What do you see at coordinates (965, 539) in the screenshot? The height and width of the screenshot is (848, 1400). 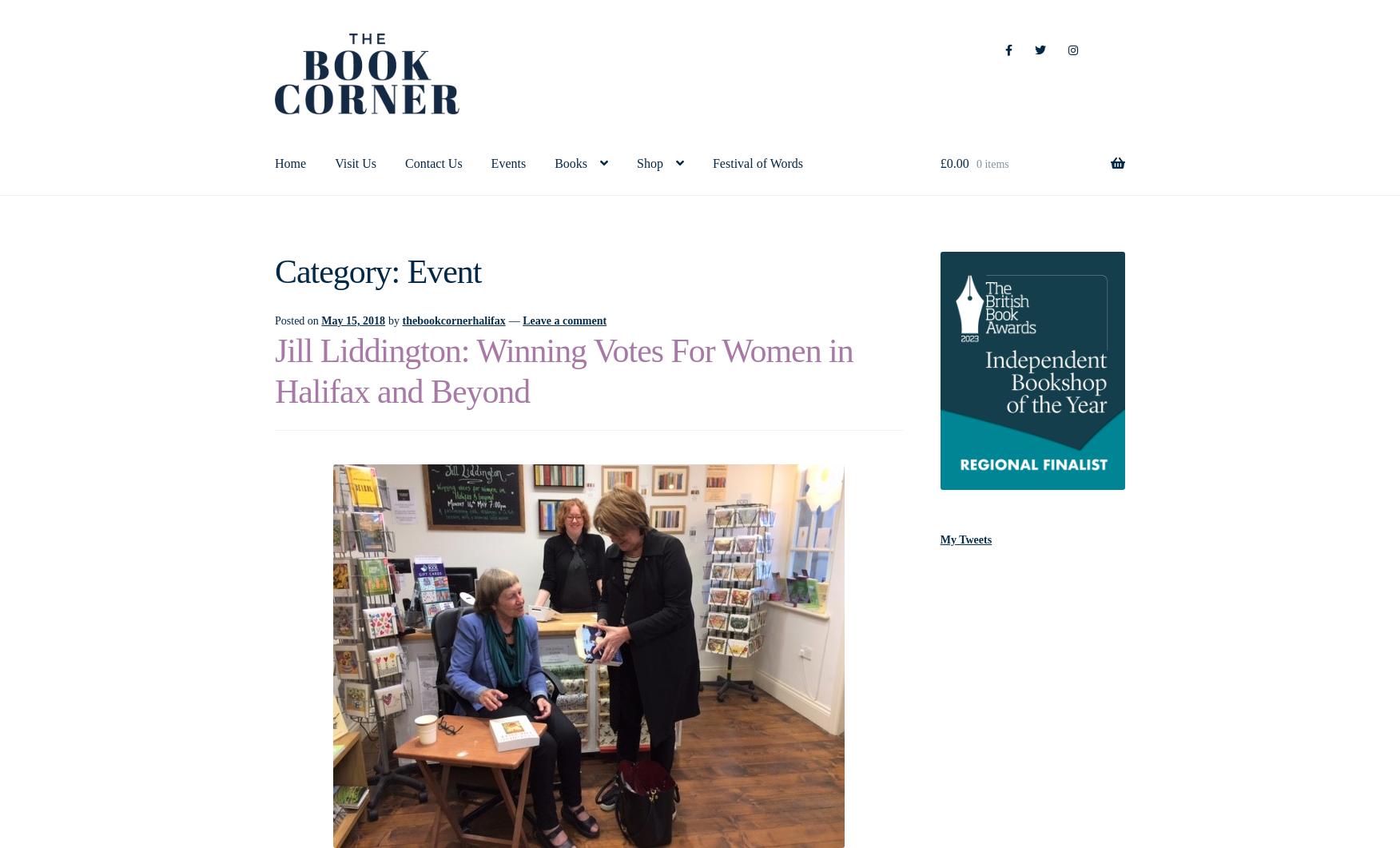 I see `'My Tweets'` at bounding box center [965, 539].